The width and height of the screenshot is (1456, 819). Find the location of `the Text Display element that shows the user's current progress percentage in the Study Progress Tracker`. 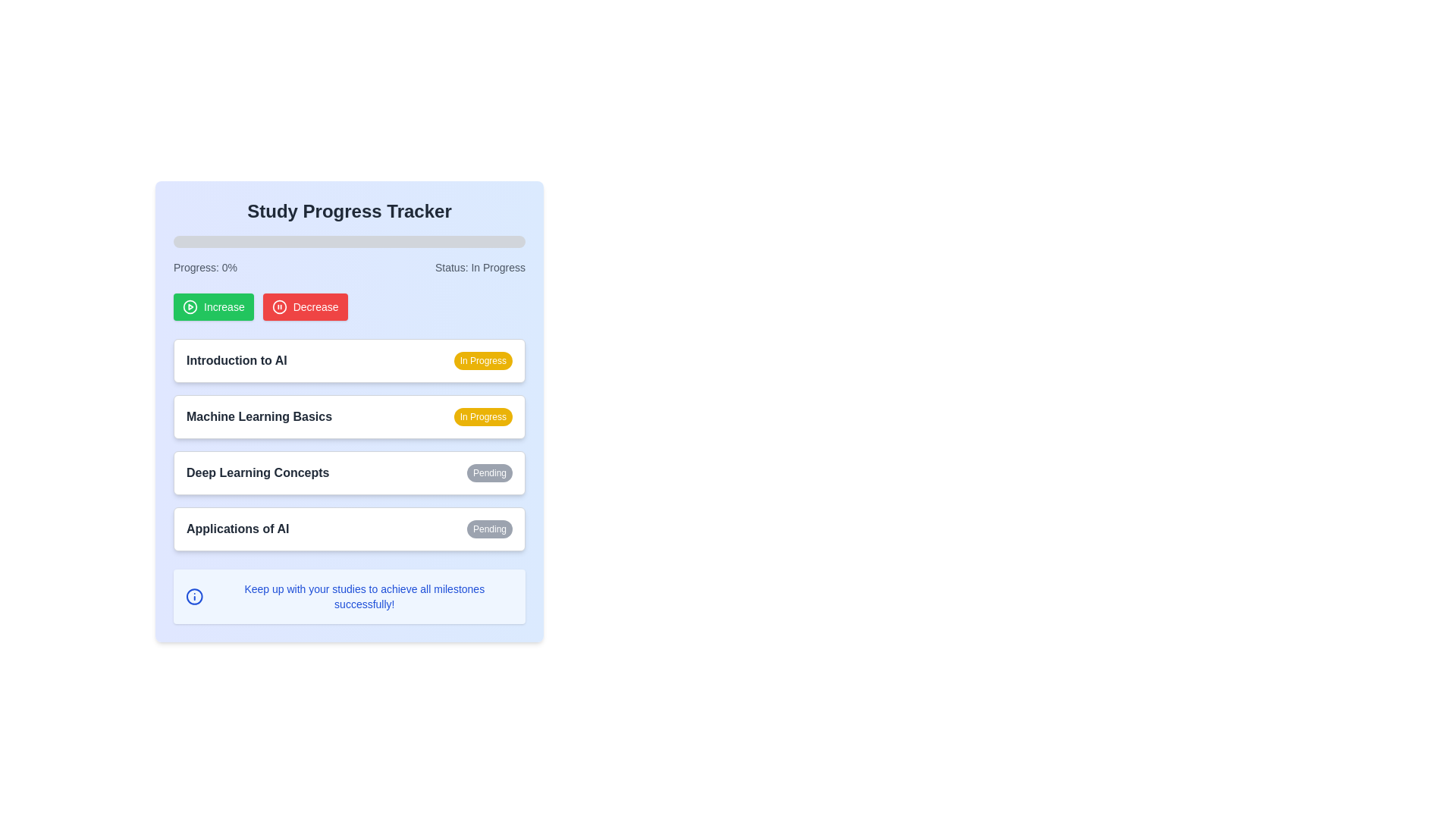

the Text Display element that shows the user's current progress percentage in the Study Progress Tracker is located at coordinates (205, 267).